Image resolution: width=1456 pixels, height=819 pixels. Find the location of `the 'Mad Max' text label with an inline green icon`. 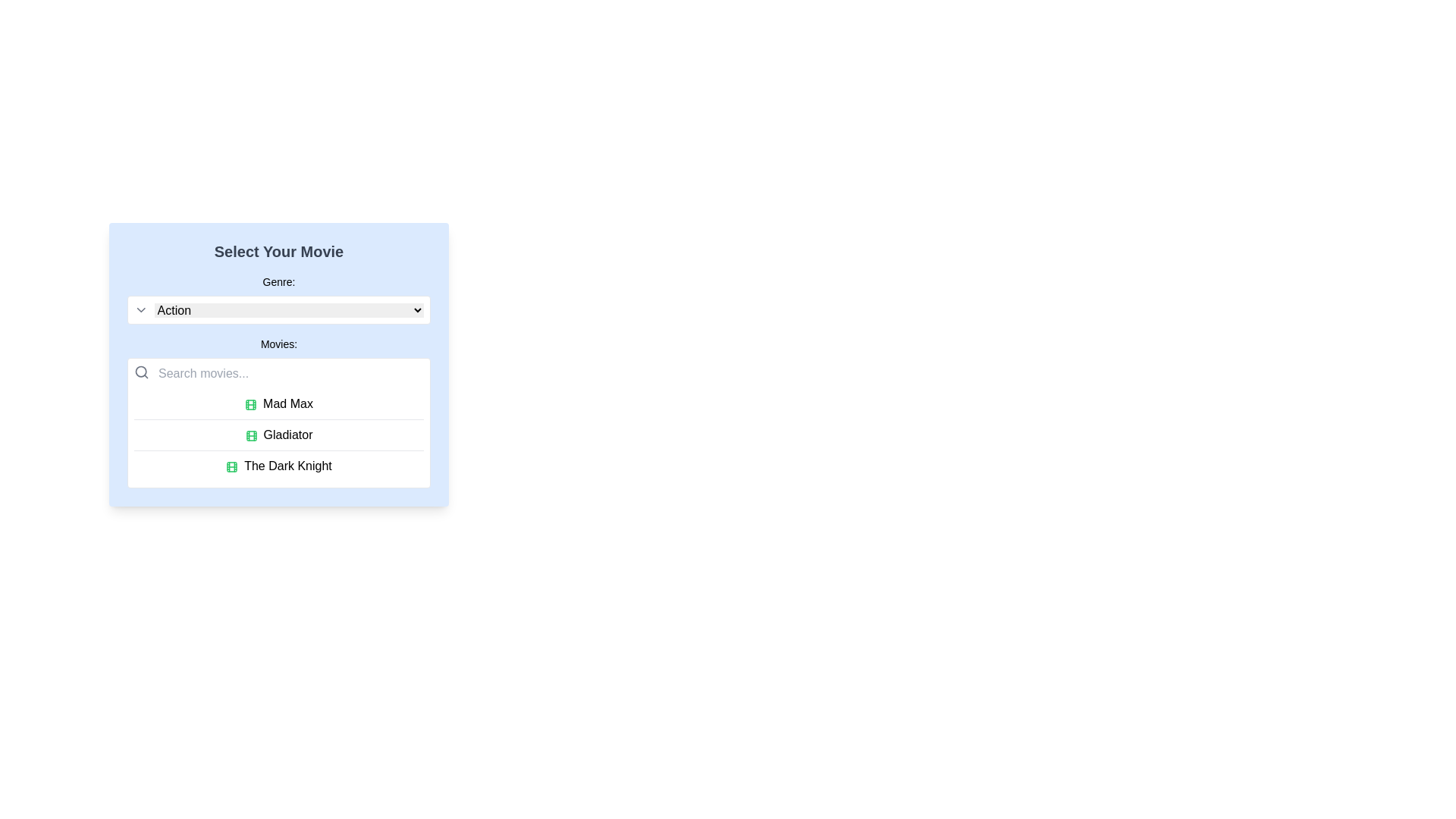

the 'Mad Max' text label with an inline green icon is located at coordinates (279, 403).